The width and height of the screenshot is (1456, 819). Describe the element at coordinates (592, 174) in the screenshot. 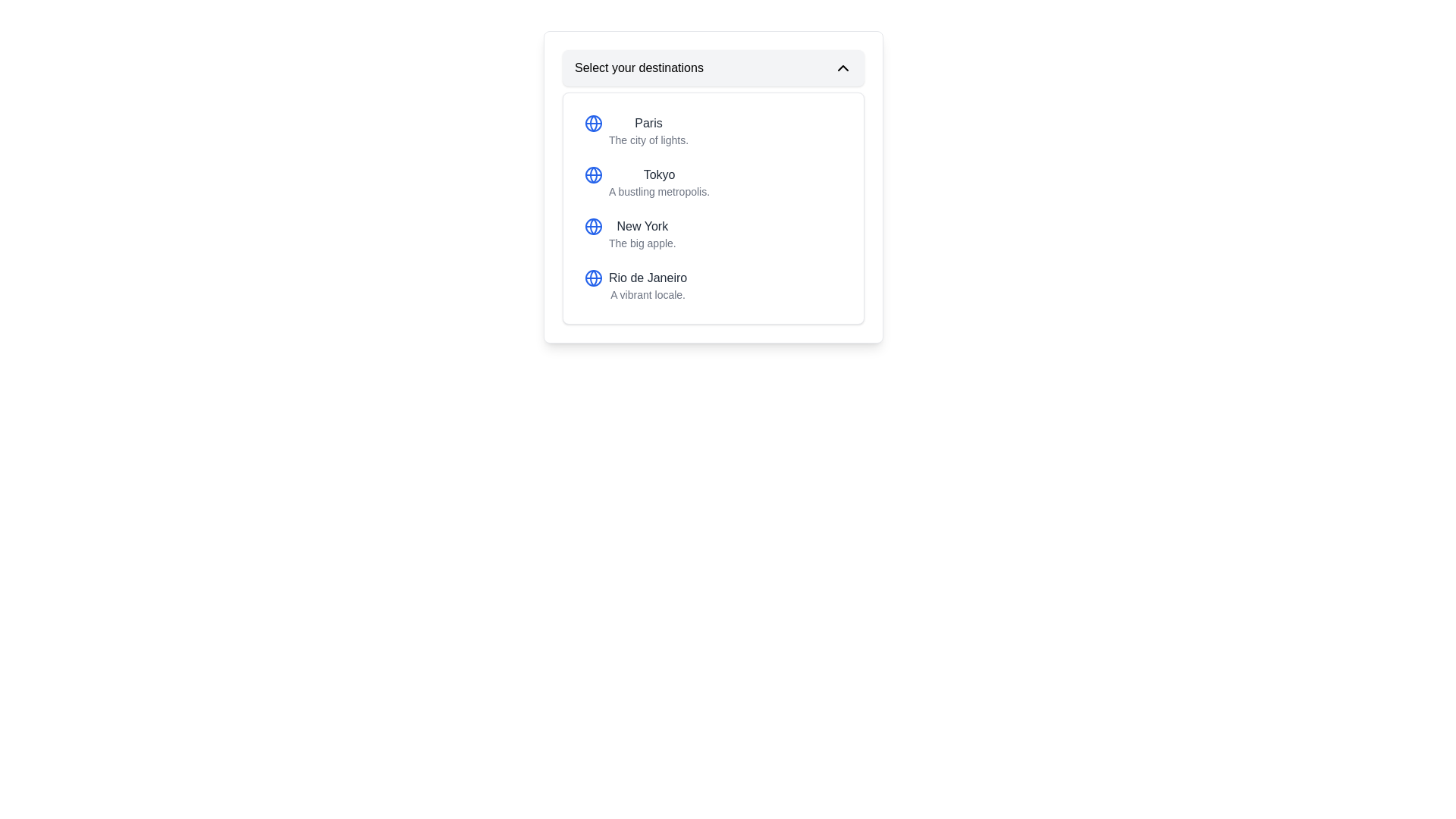

I see `the globe icon with a blue color and circular outline located at the beginning of the list item labeled 'Tokyo: A bustling metropolis.'` at that location.